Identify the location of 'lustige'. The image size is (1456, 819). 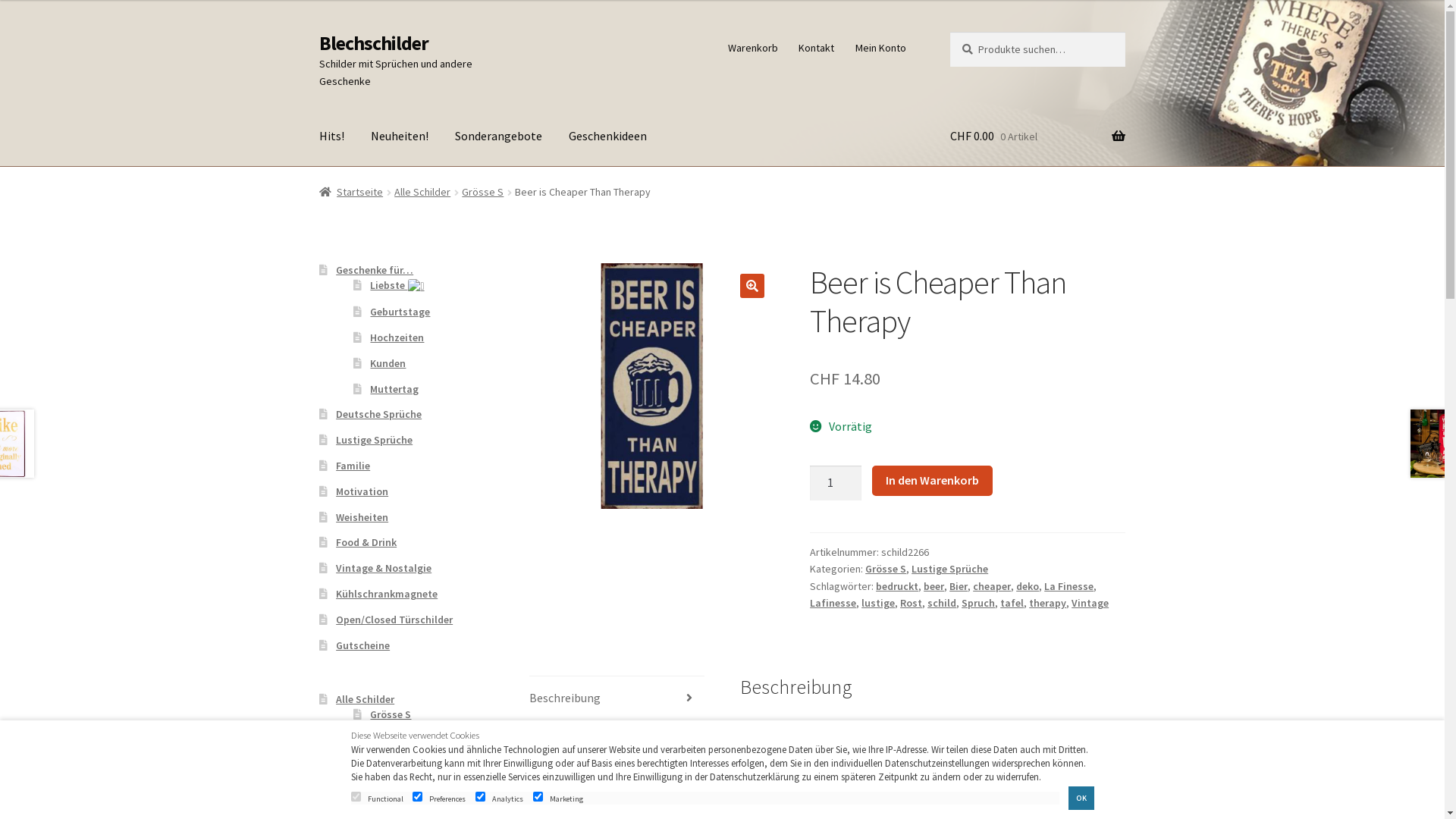
(877, 601).